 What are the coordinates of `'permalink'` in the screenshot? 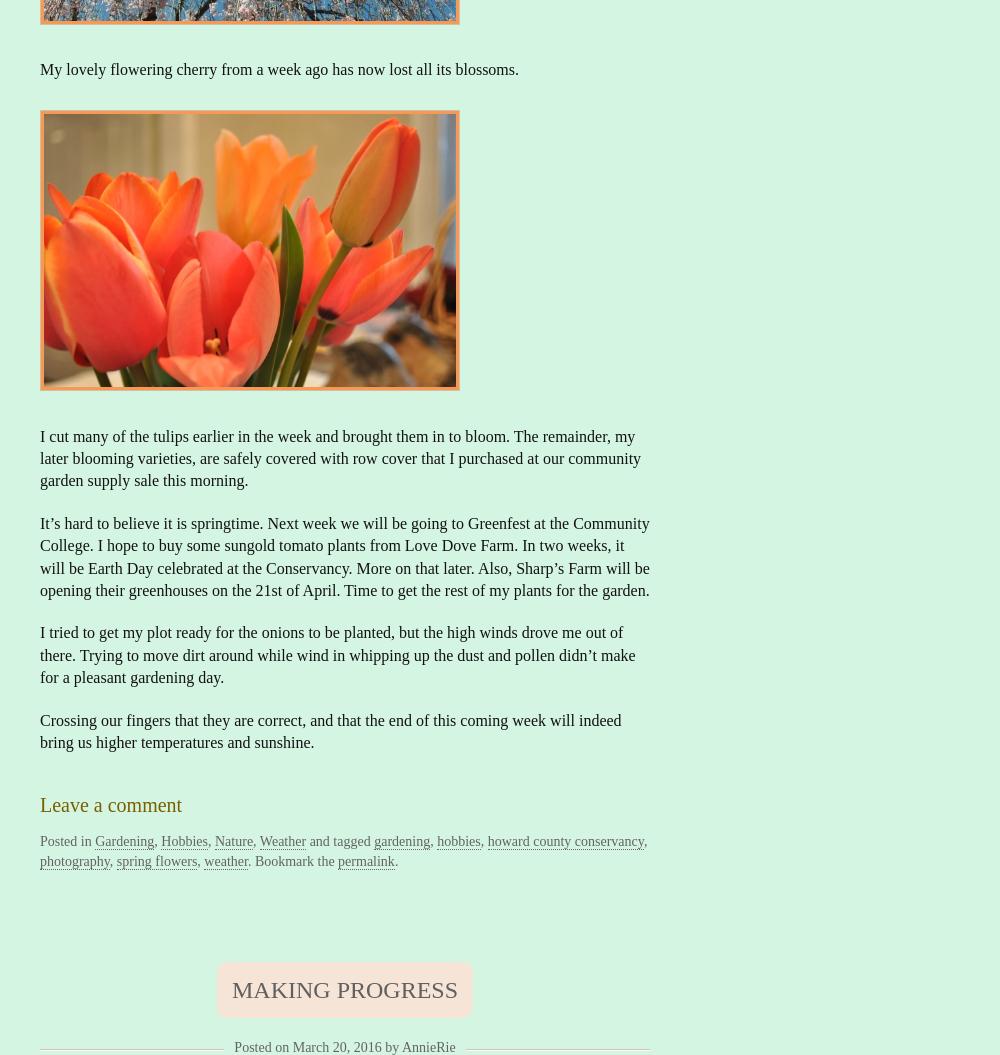 It's located at (337, 860).